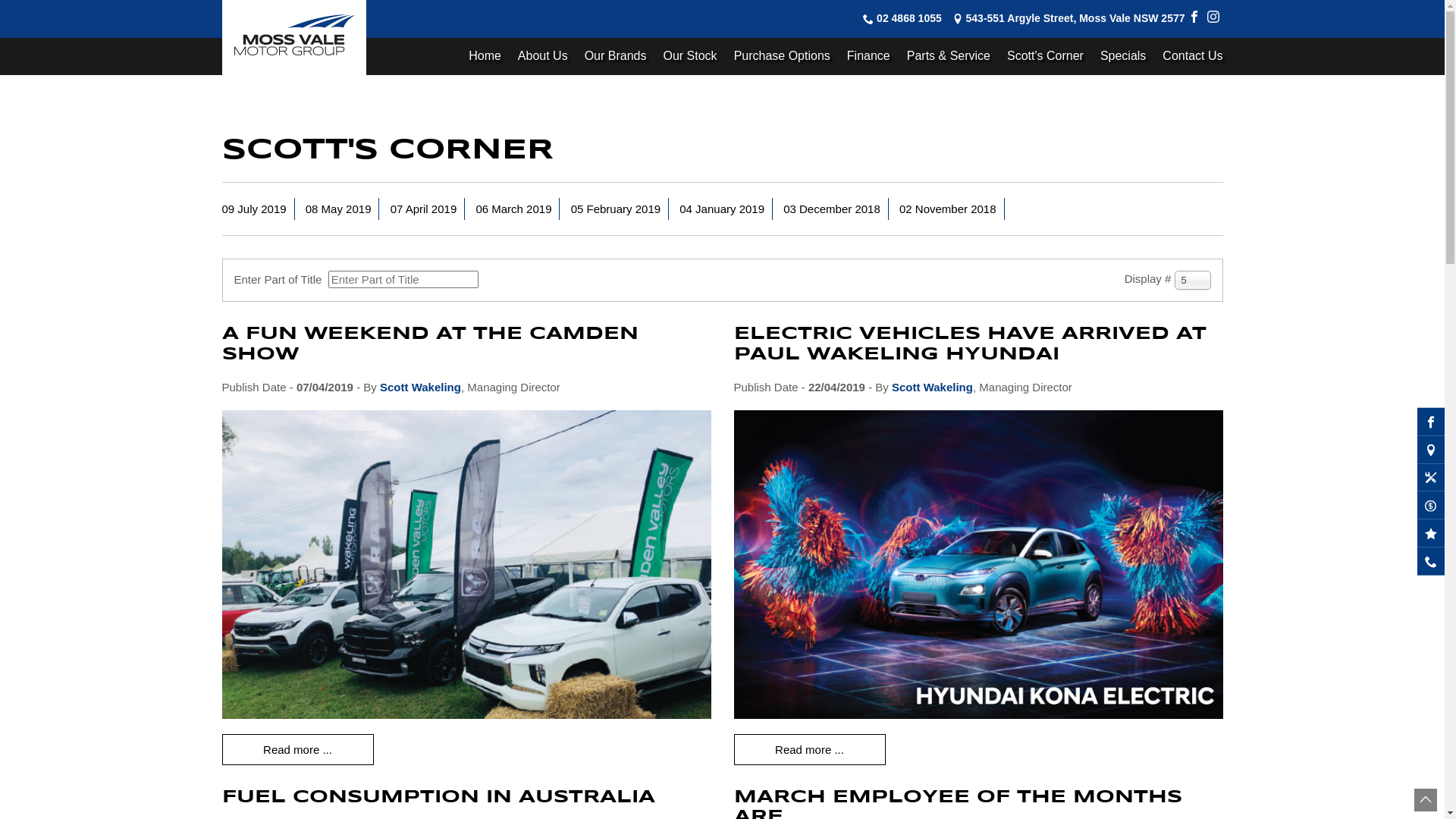 The image size is (1456, 819). What do you see at coordinates (437, 796) in the screenshot?
I see `'FUEL CONSUMPTION IN AUSTRALIA'` at bounding box center [437, 796].